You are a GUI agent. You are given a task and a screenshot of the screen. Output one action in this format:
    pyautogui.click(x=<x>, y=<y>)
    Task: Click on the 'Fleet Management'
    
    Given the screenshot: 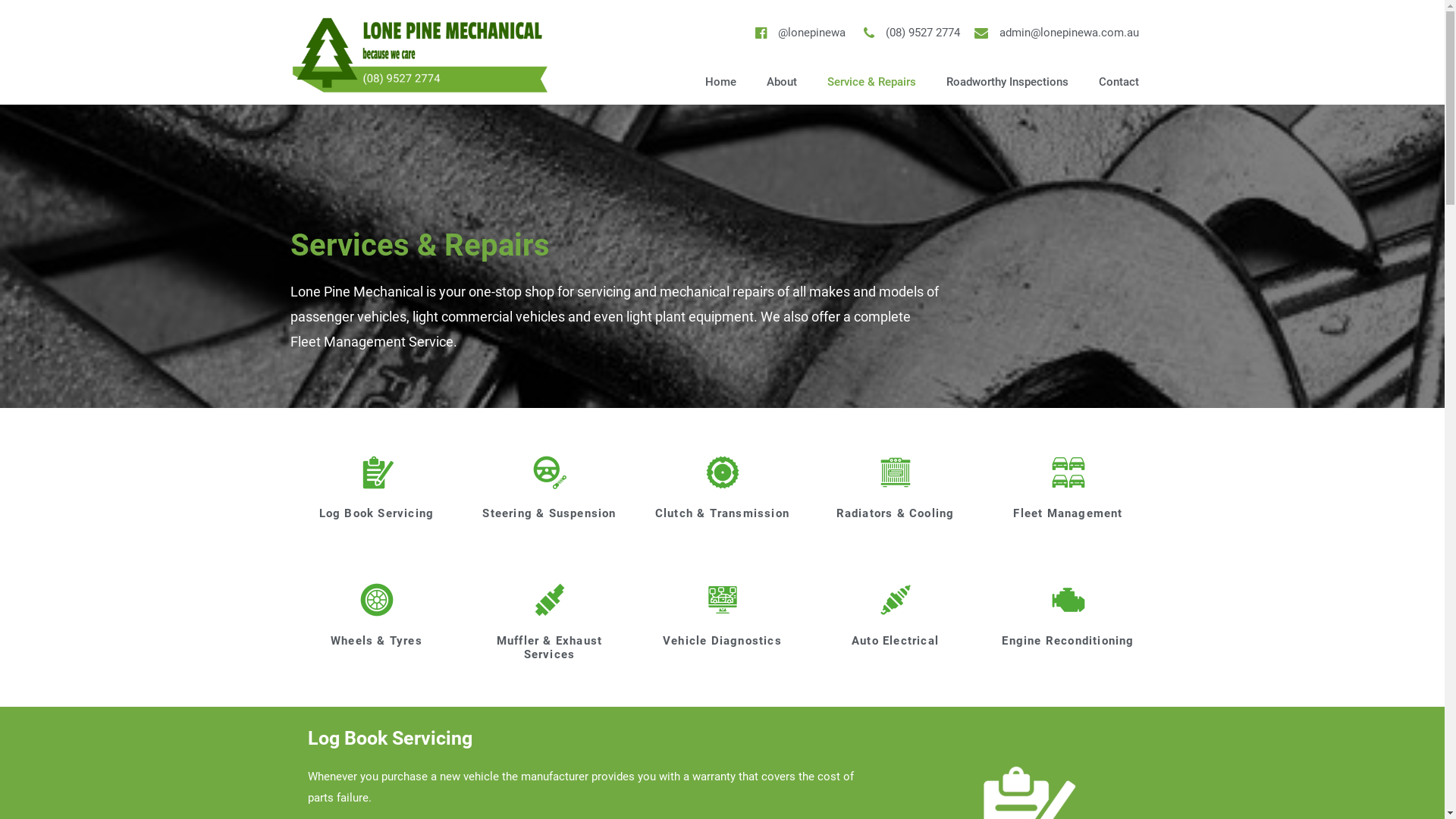 What is the action you would take?
    pyautogui.click(x=1066, y=513)
    